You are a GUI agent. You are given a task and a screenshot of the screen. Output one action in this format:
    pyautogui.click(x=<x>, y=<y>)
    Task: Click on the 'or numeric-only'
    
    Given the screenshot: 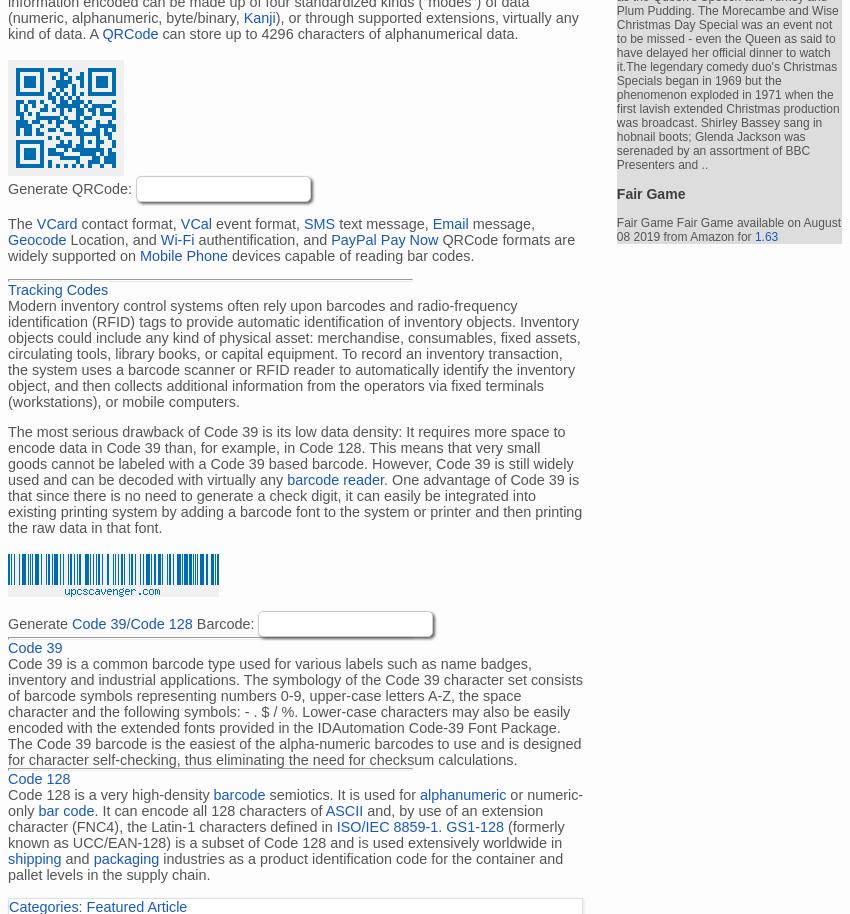 What is the action you would take?
    pyautogui.click(x=6, y=802)
    